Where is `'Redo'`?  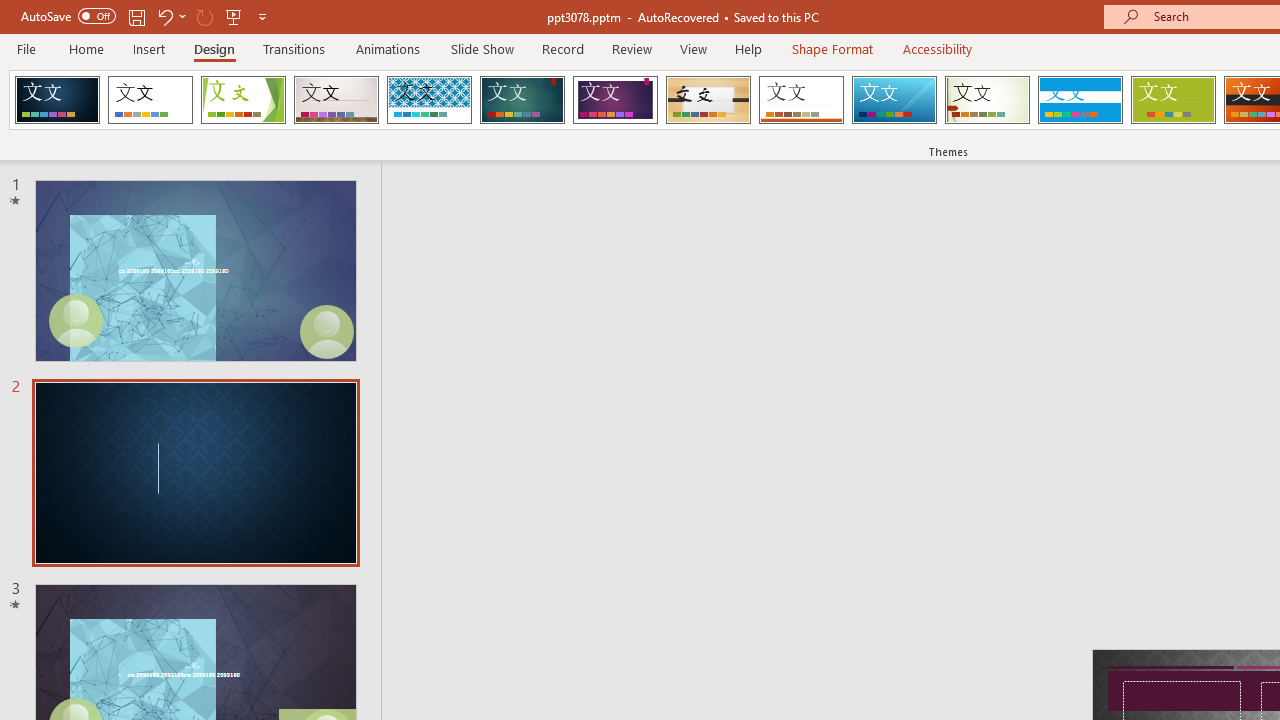
'Redo' is located at coordinates (204, 16).